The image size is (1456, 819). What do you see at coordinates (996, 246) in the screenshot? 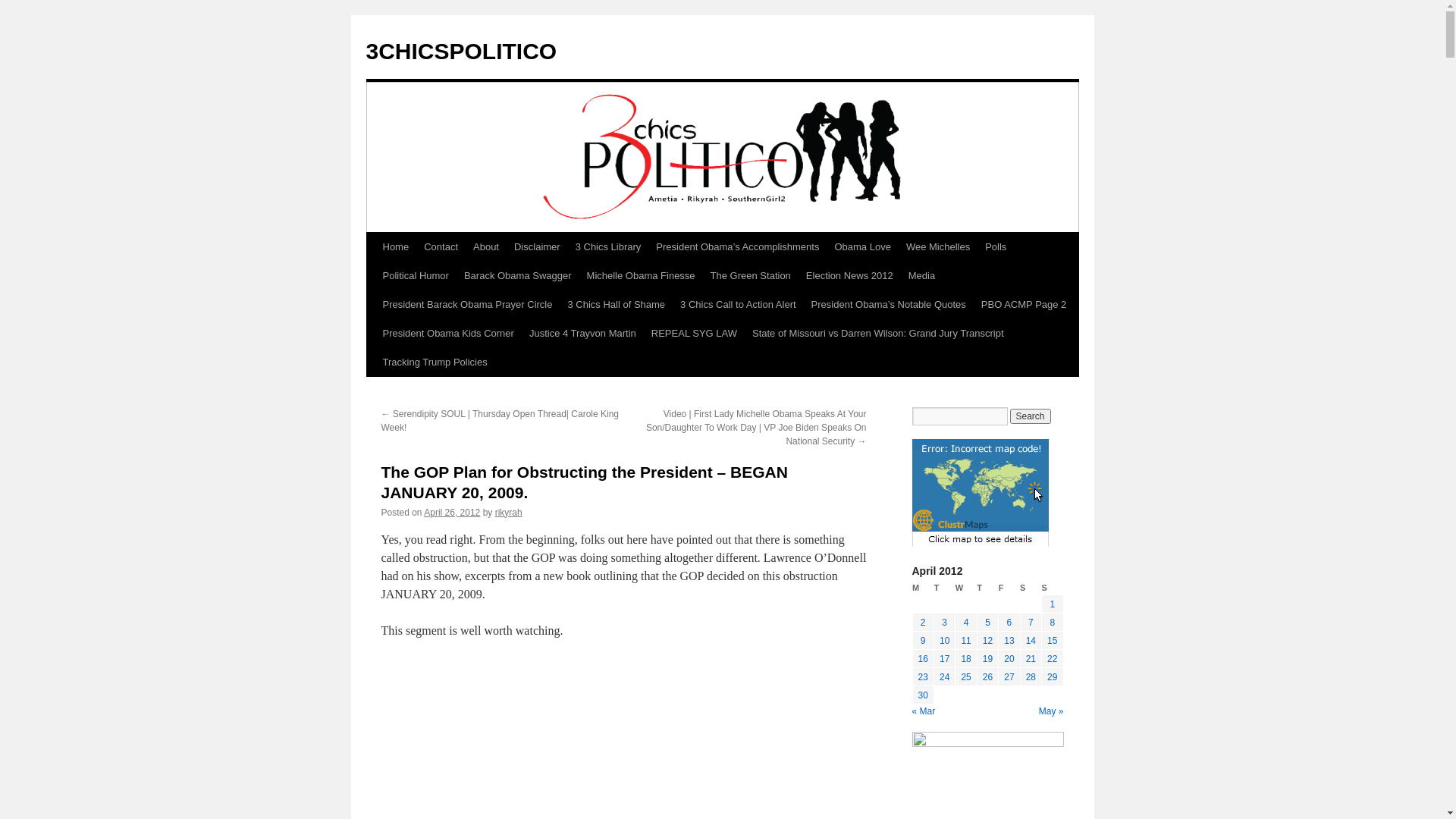
I see `'Polls'` at bounding box center [996, 246].